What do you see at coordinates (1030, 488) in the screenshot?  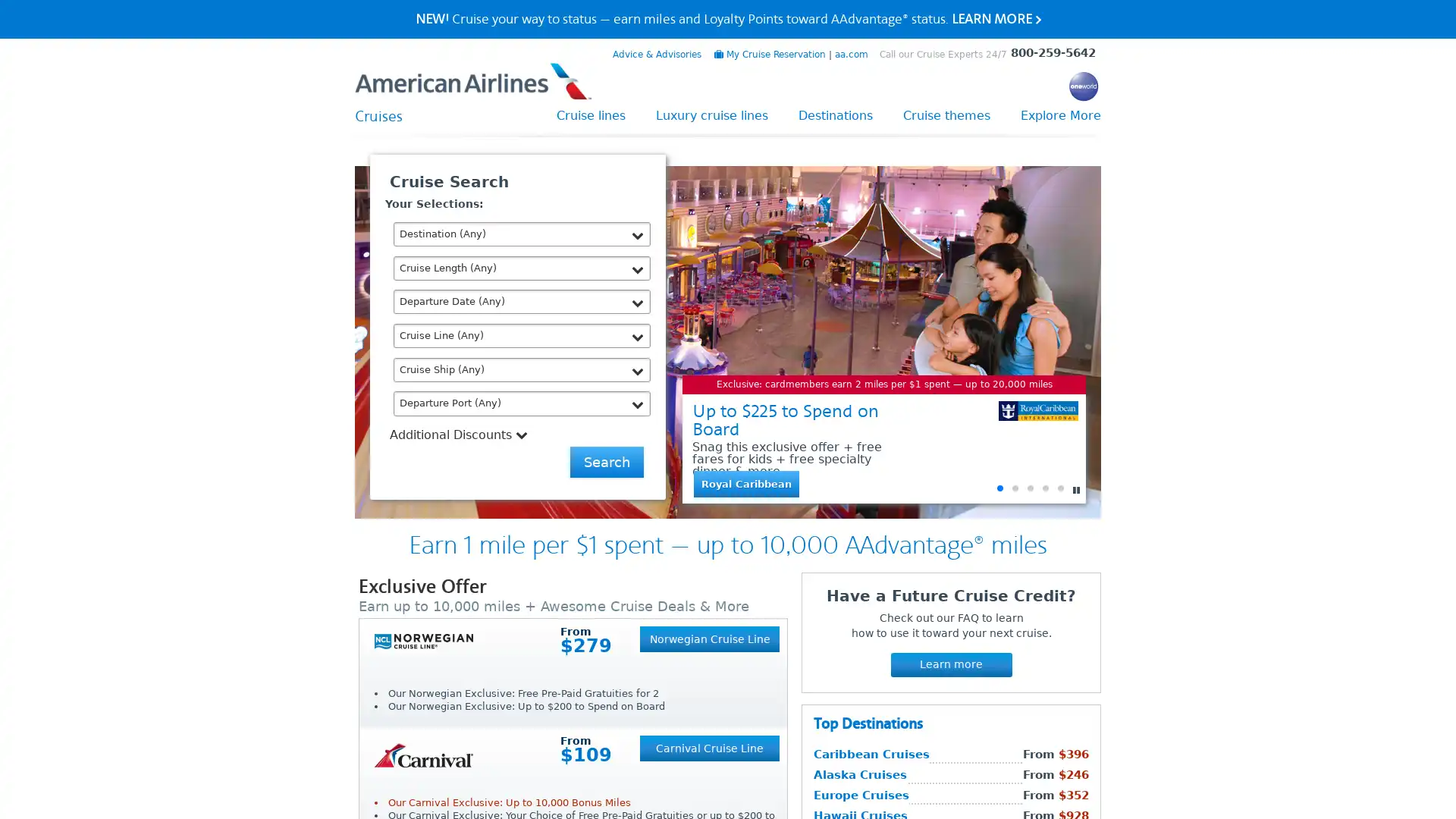 I see `Go to slide 3` at bounding box center [1030, 488].